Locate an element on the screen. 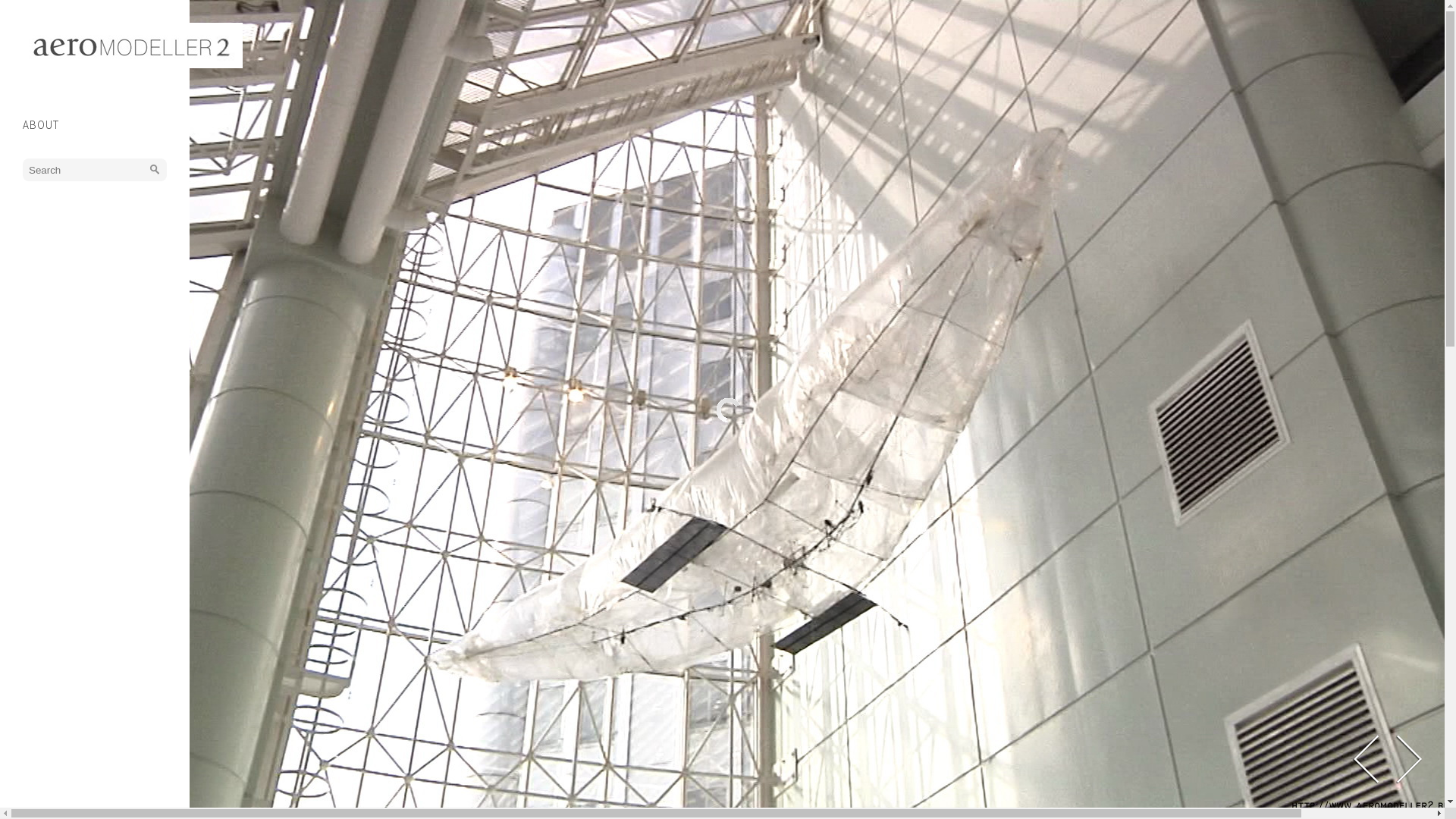  'ABOUT' is located at coordinates (22, 124).